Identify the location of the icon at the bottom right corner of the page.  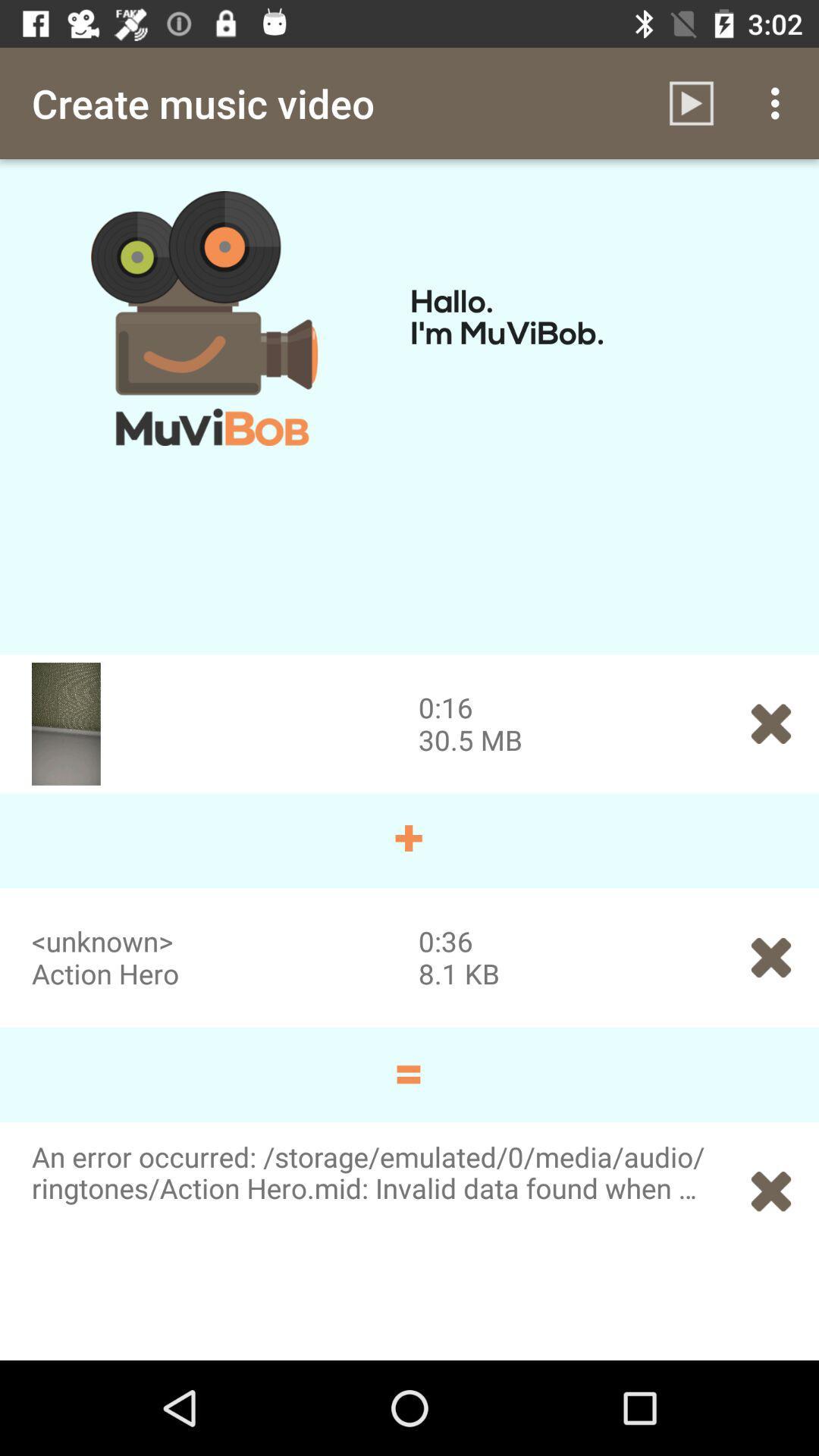
(771, 1191).